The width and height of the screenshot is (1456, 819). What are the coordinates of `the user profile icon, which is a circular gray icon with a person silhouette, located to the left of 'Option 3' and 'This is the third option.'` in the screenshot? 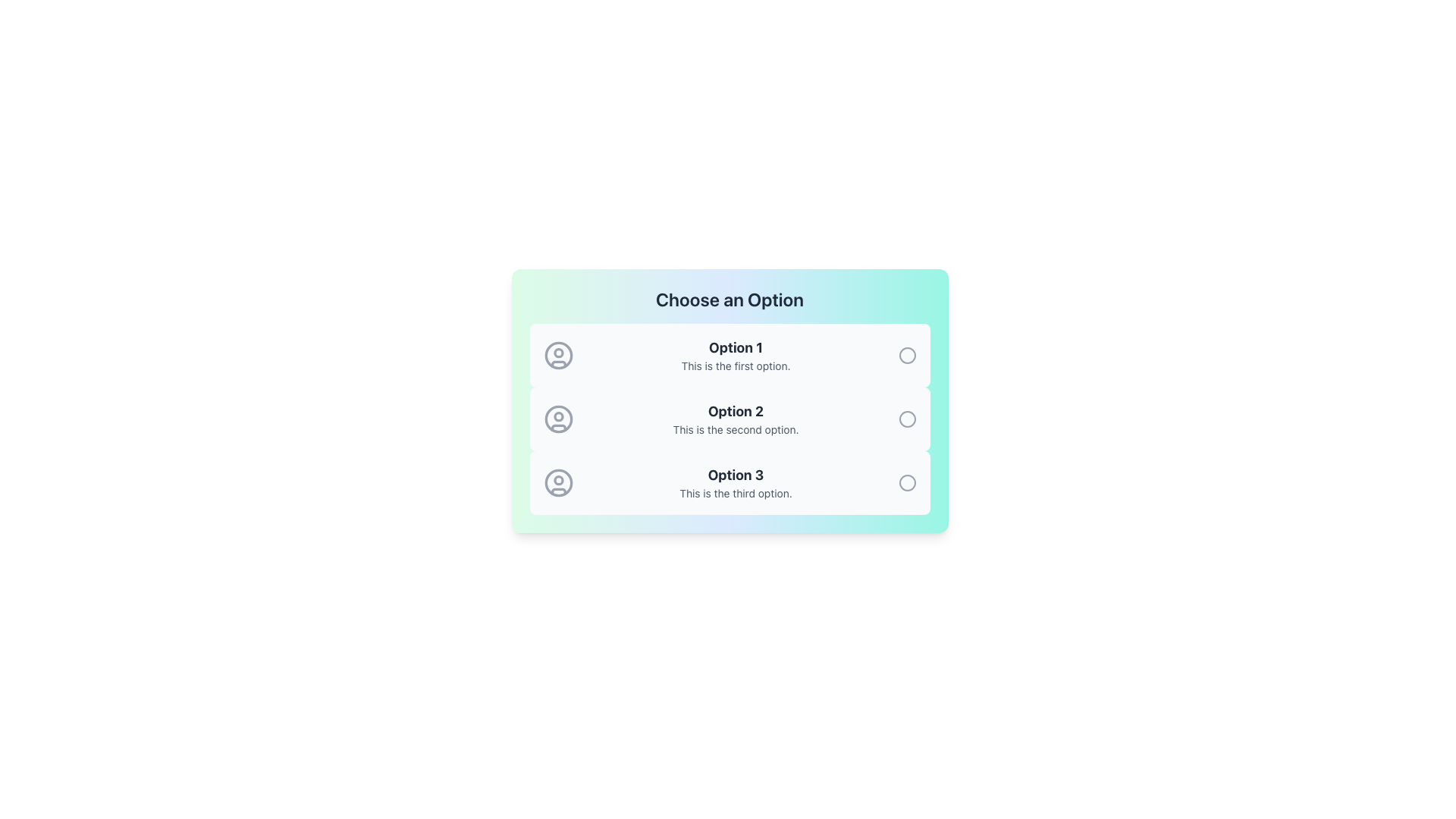 It's located at (557, 482).